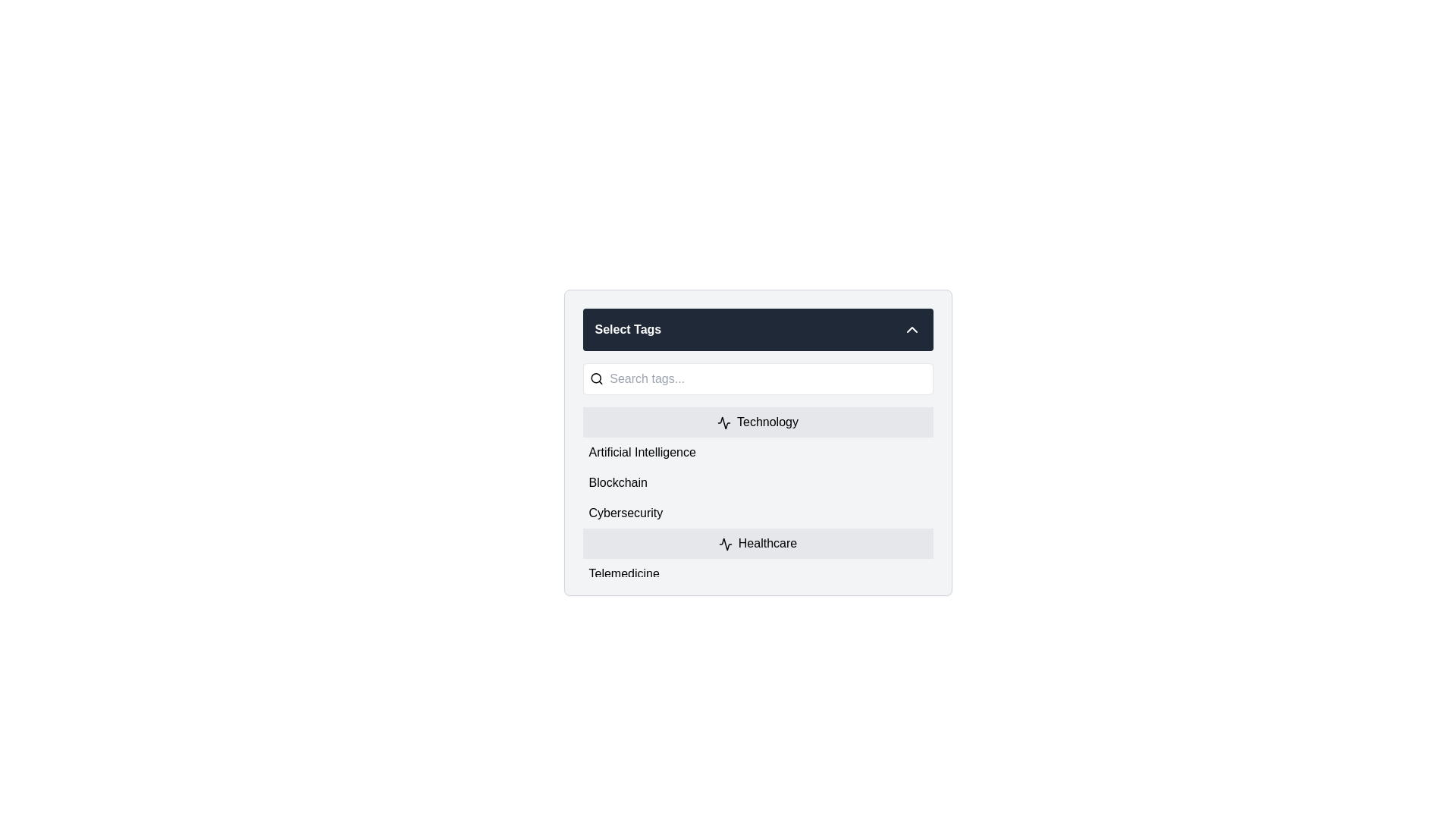  Describe the element at coordinates (724, 543) in the screenshot. I see `the 'Healthcare' icon, which is positioned to the left of the text 'Healthcare'` at that location.